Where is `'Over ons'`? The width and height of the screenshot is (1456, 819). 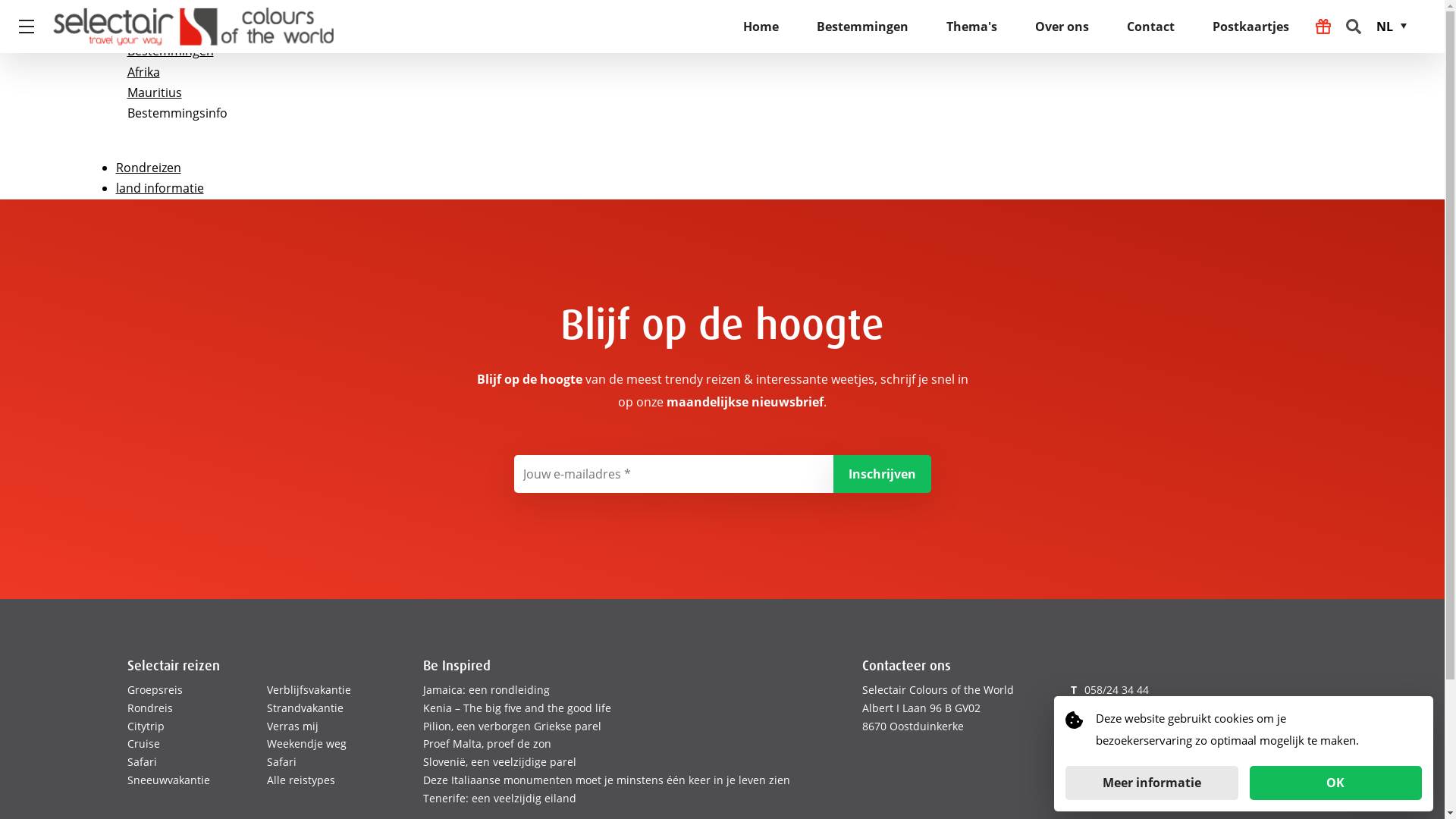 'Over ons' is located at coordinates (1061, 26).